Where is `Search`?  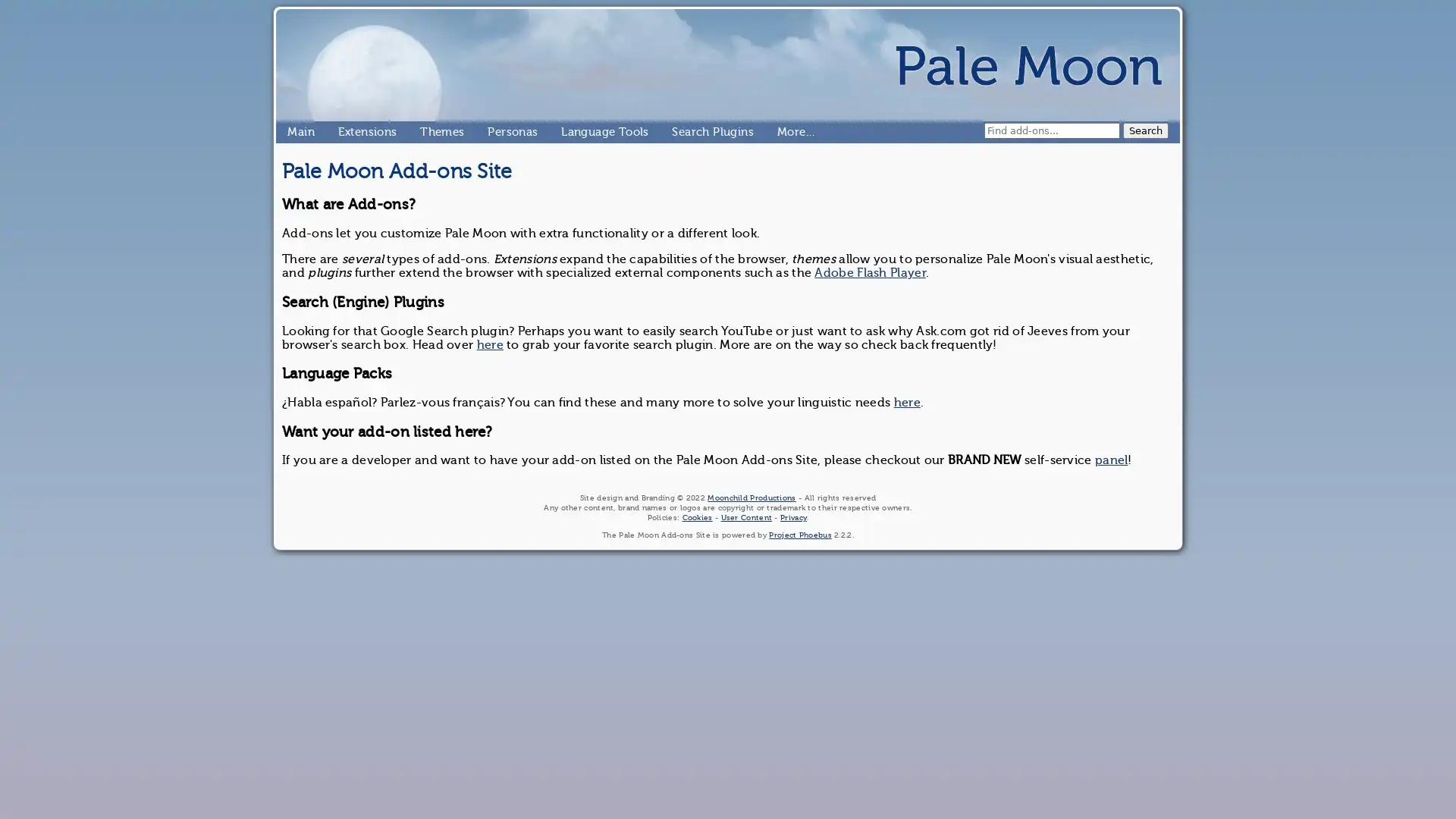
Search is located at coordinates (1146, 130).